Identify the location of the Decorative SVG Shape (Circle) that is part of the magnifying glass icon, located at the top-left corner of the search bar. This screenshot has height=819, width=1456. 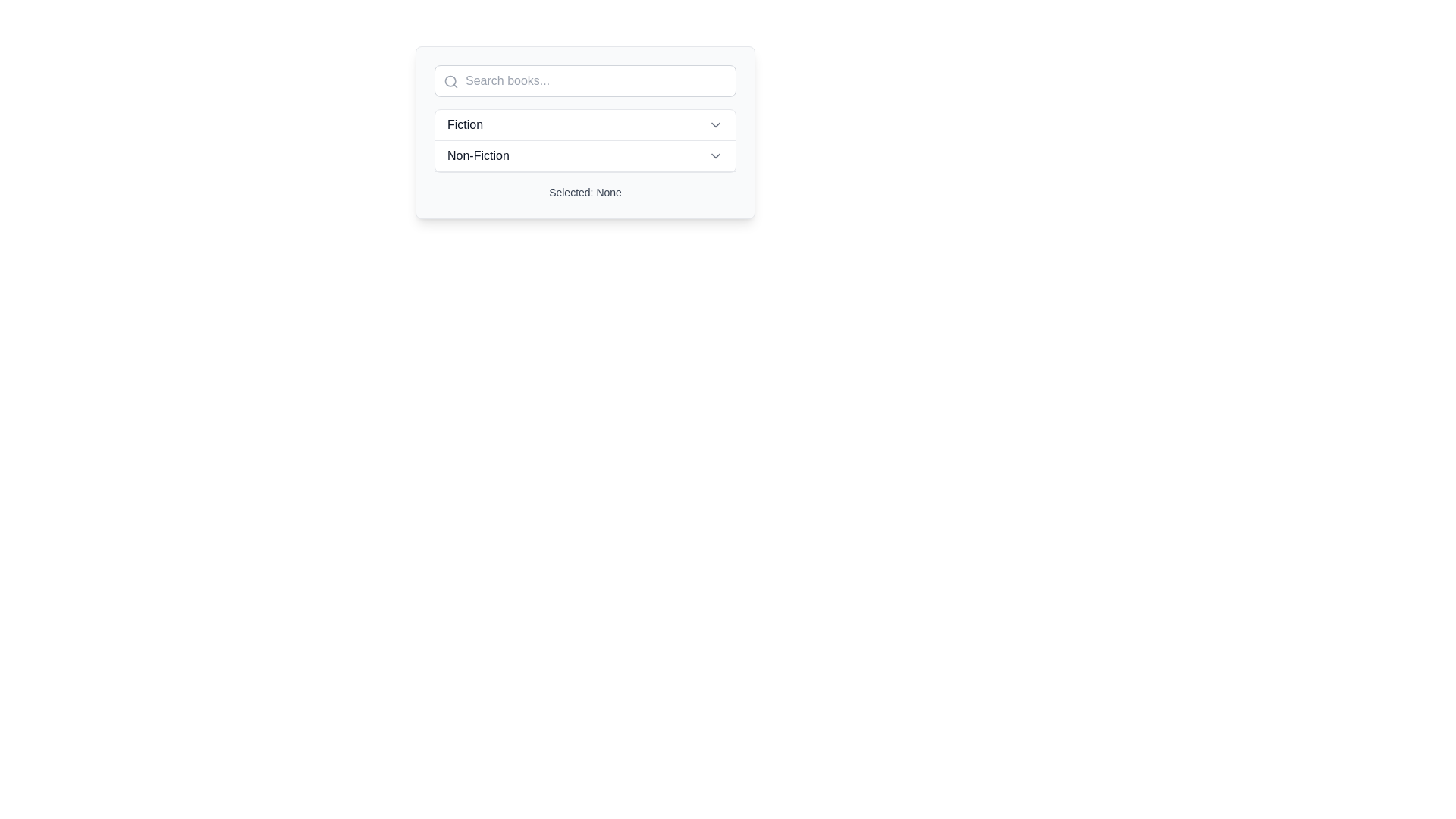
(450, 81).